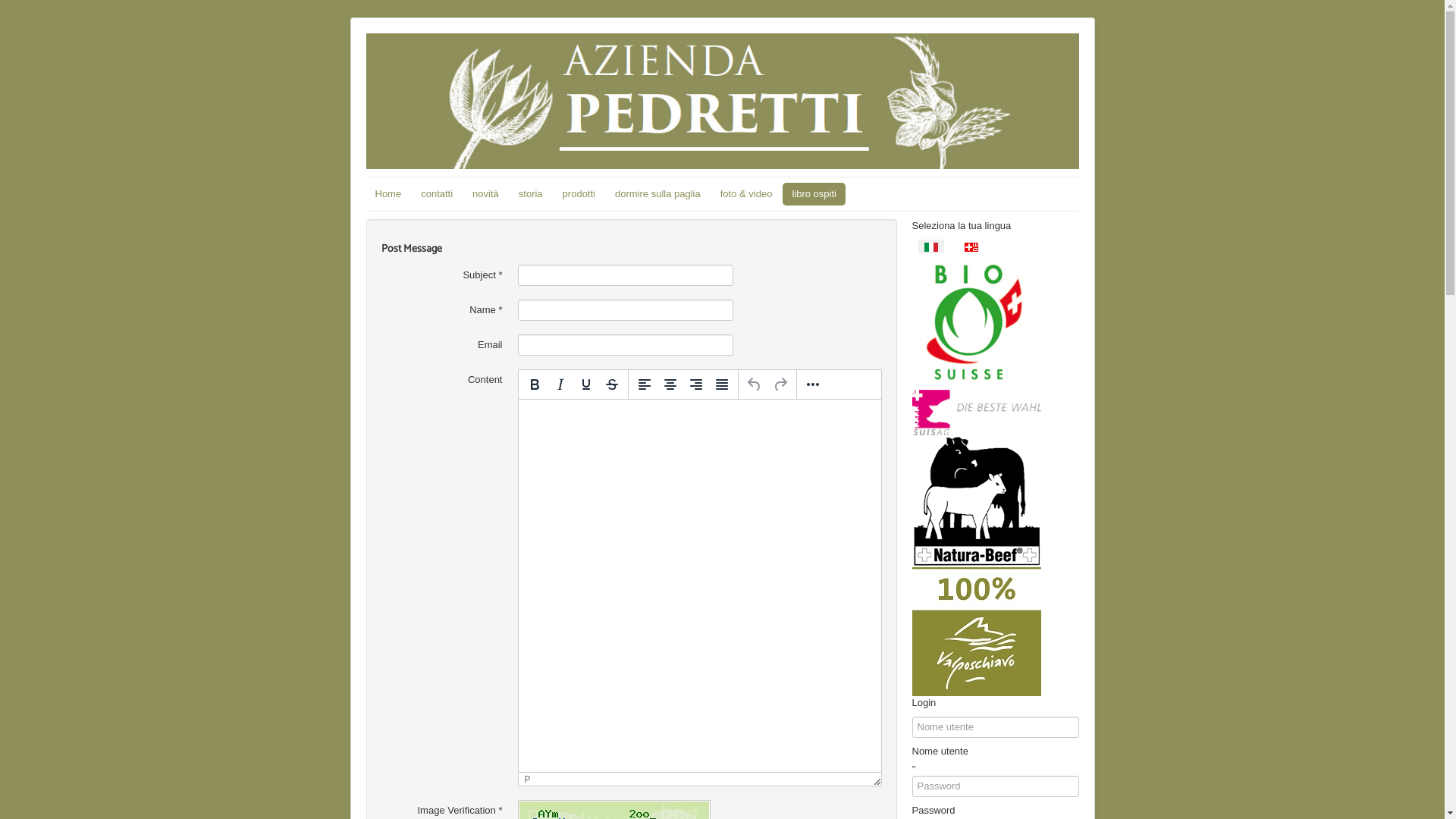 The height and width of the screenshot is (819, 1456). What do you see at coordinates (975, 412) in the screenshot?
I see `'suisag'` at bounding box center [975, 412].